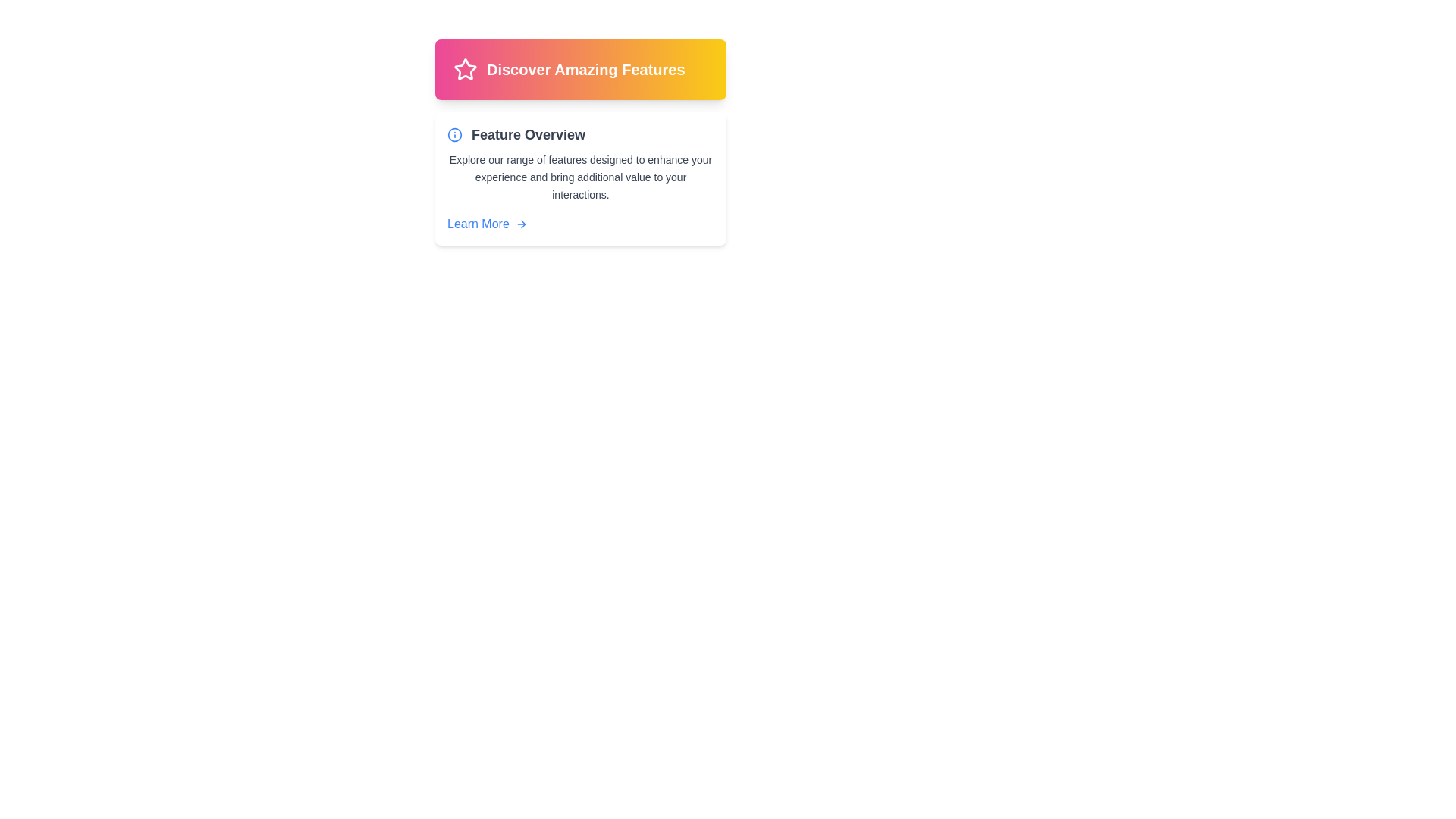  What do you see at coordinates (454, 133) in the screenshot?
I see `the decorative or informational icon located at the leftmost position of a horizontal layout, preceding the text 'Feature Overview'` at bounding box center [454, 133].